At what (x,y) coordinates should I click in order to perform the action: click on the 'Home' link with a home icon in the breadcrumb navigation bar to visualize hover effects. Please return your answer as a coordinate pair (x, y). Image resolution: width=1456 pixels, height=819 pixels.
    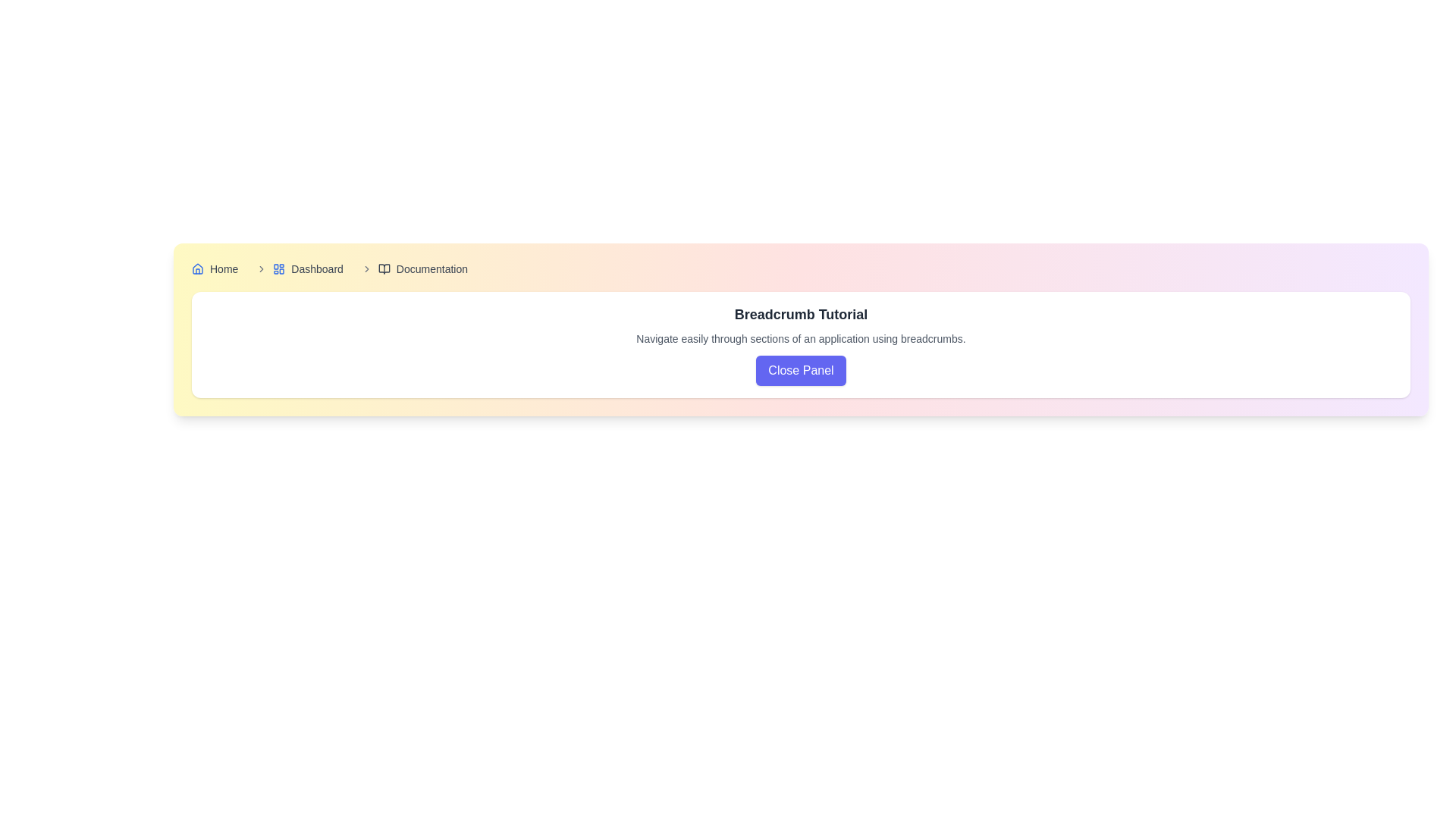
    Looking at the image, I should click on (214, 268).